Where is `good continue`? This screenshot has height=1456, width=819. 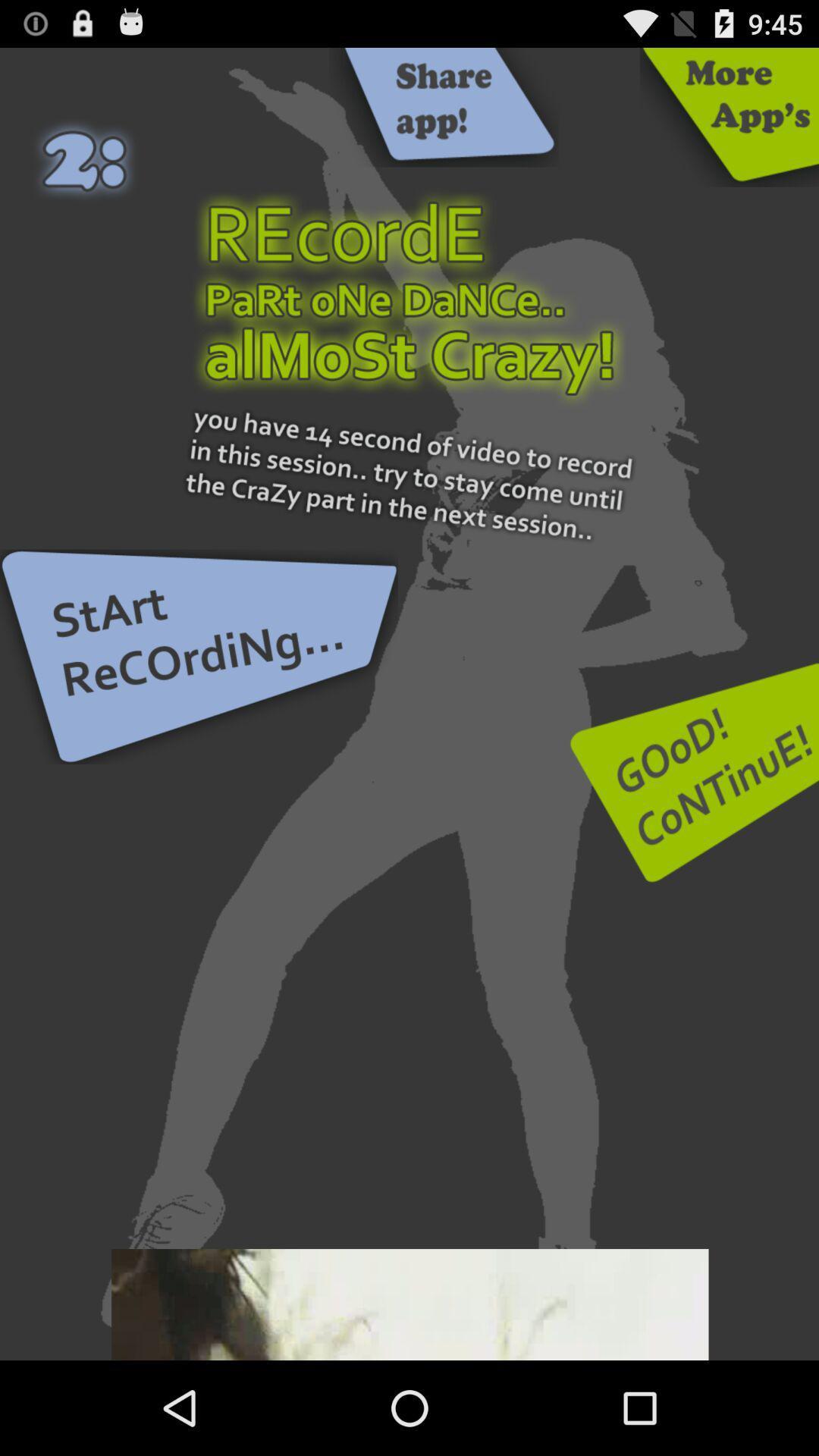 good continue is located at coordinates (694, 772).